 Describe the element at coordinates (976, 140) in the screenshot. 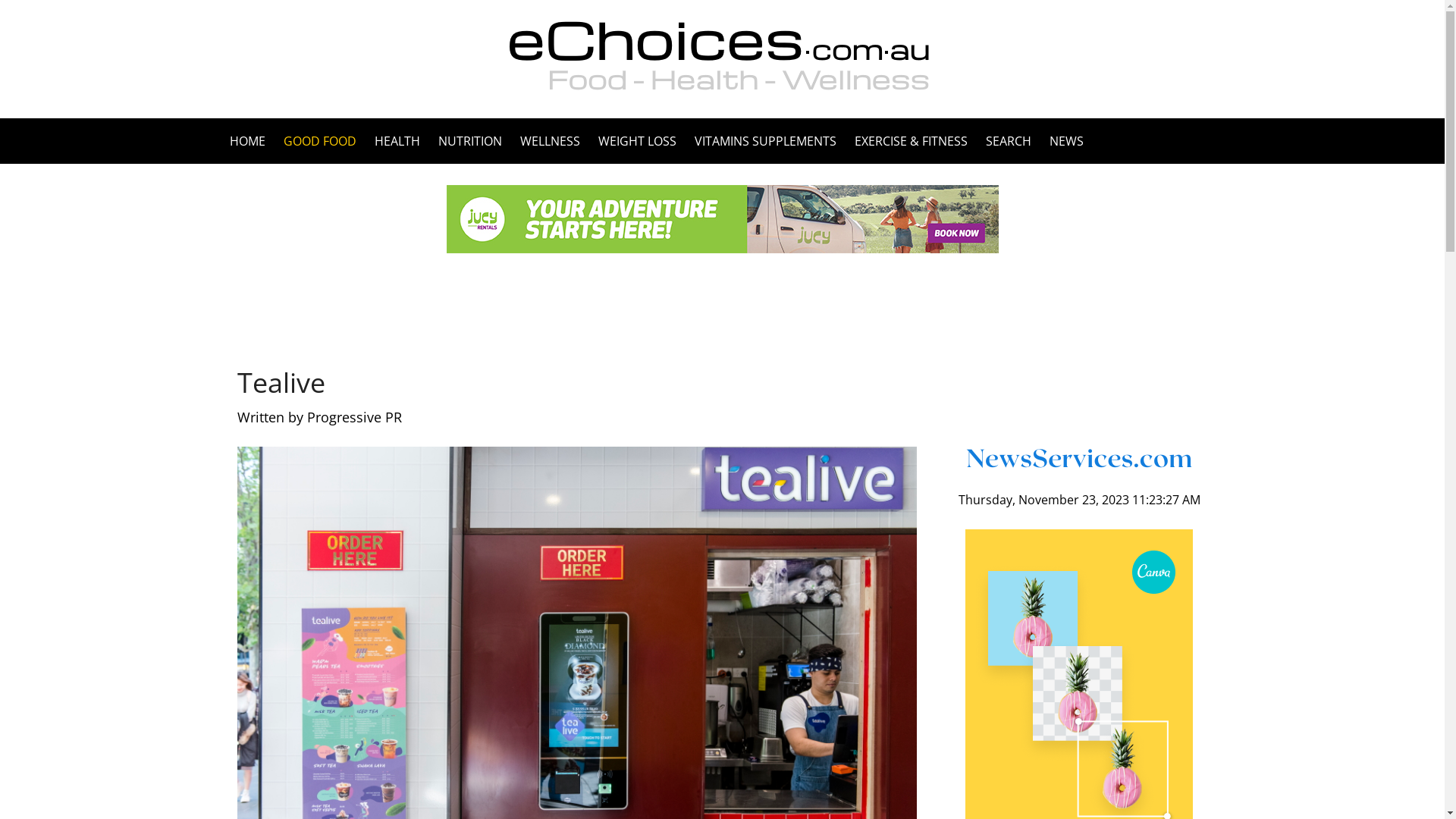

I see `'SEARCH'` at that location.